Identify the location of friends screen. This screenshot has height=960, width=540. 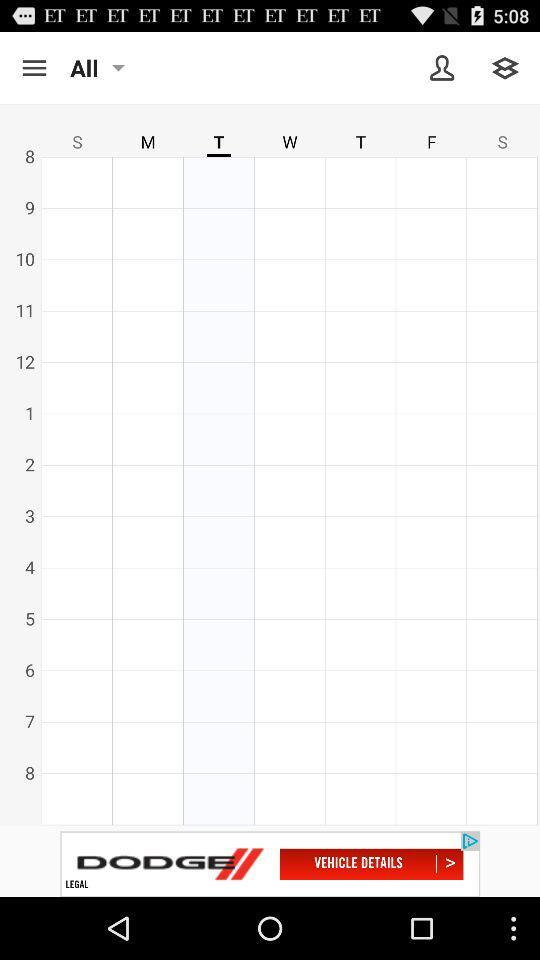
(442, 68).